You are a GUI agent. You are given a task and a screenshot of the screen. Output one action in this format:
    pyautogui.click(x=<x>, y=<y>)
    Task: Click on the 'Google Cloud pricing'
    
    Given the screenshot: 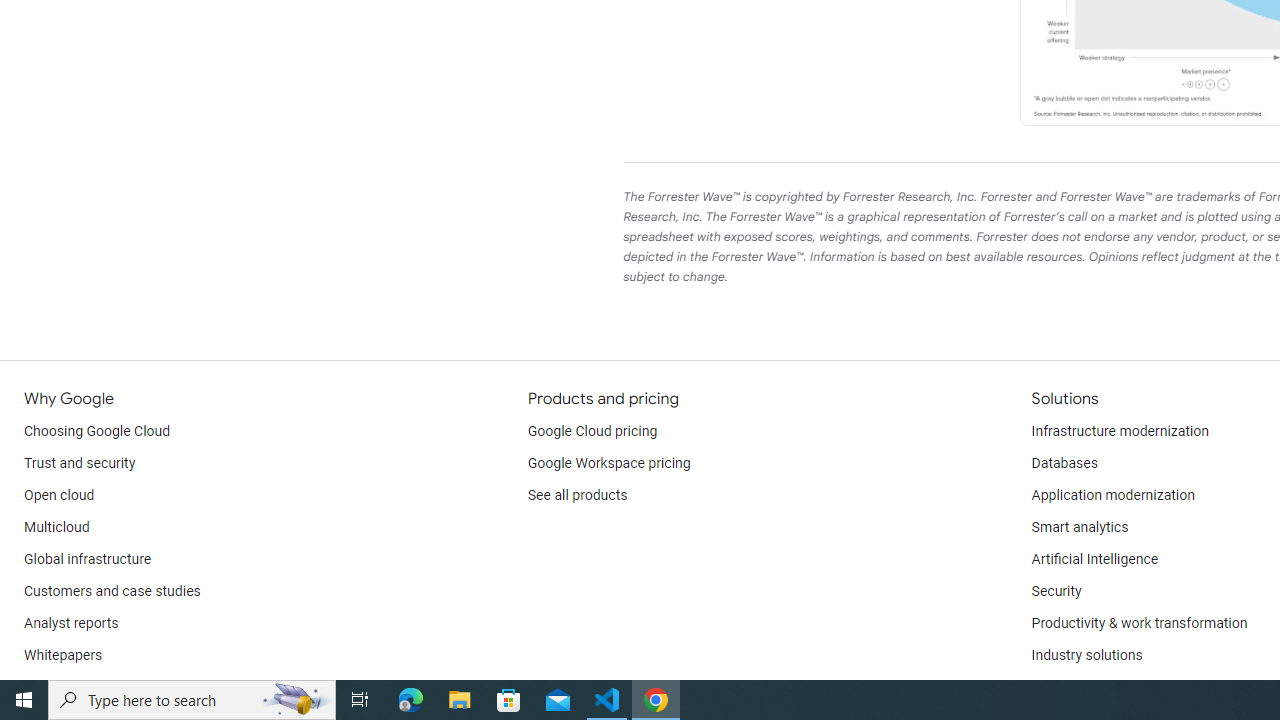 What is the action you would take?
    pyautogui.click(x=591, y=431)
    